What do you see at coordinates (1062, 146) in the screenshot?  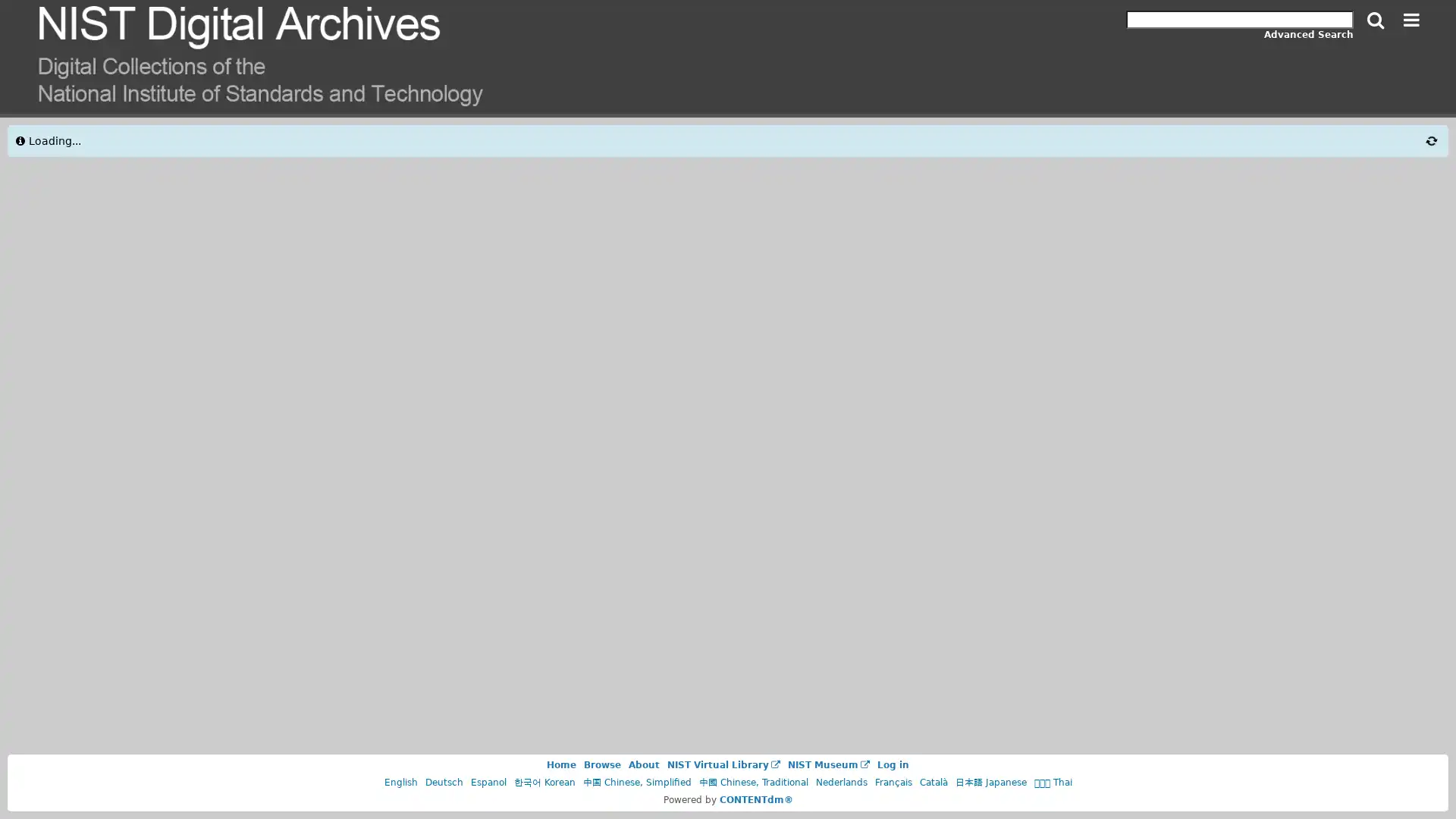 I see `list view` at bounding box center [1062, 146].